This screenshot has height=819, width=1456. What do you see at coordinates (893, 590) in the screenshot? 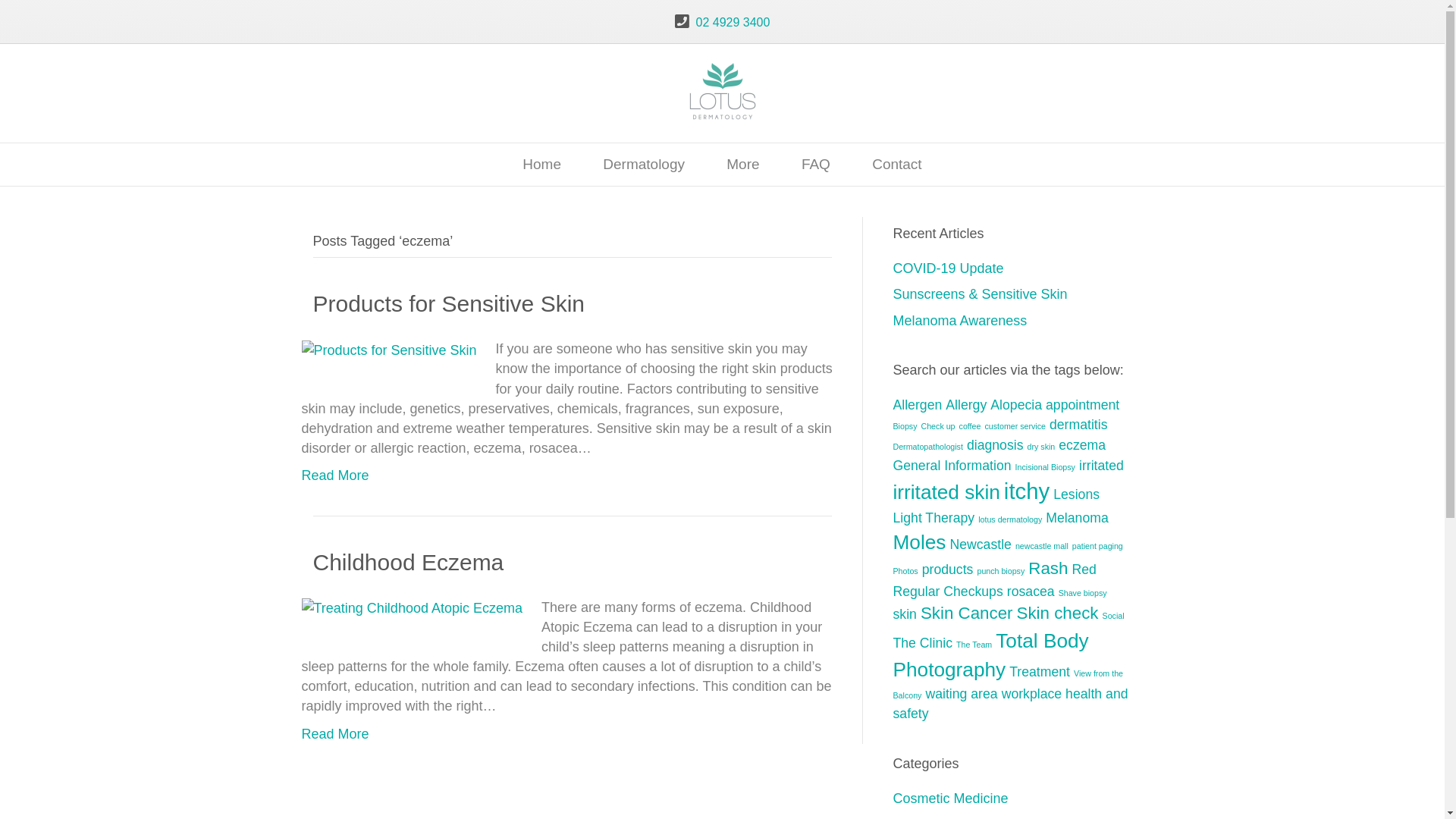
I see `'Regular Checkups'` at bounding box center [893, 590].